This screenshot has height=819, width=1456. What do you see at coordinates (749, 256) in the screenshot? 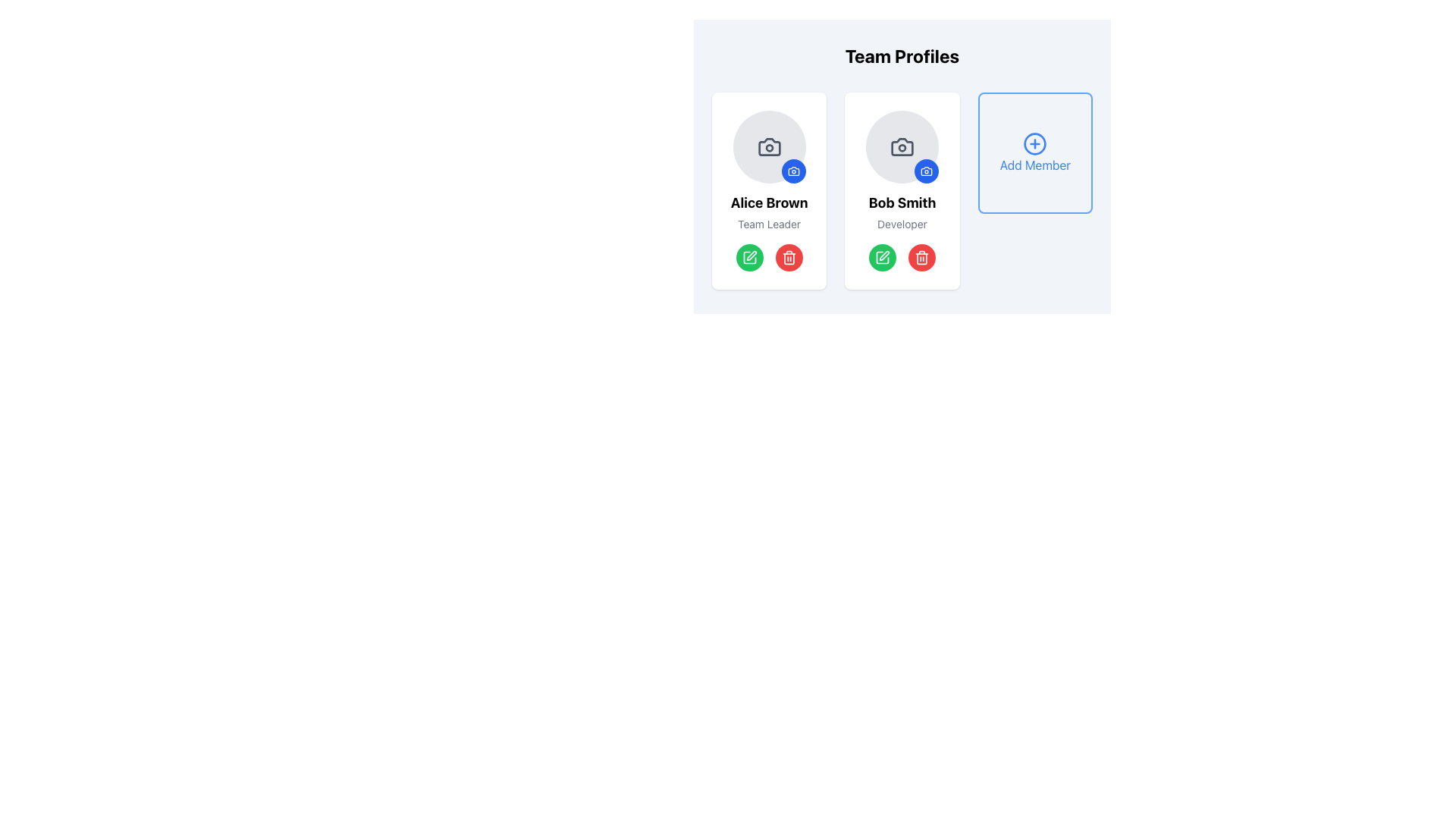
I see `the pen icon button located within the green circular background of the profile card for 'Alice Brown Team Leader' to initiate edit mode` at bounding box center [749, 256].